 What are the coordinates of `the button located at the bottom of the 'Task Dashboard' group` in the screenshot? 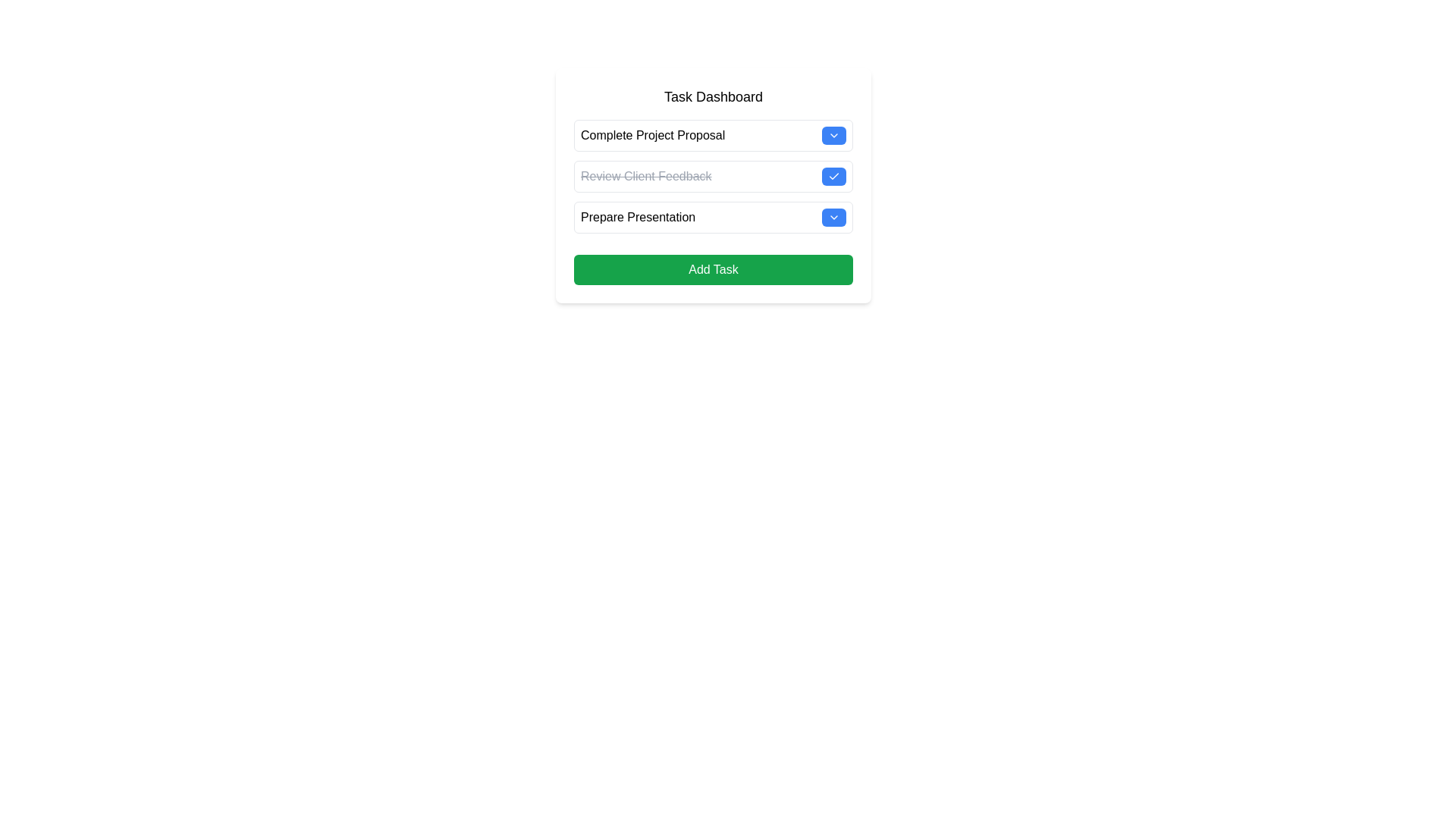 It's located at (712, 268).